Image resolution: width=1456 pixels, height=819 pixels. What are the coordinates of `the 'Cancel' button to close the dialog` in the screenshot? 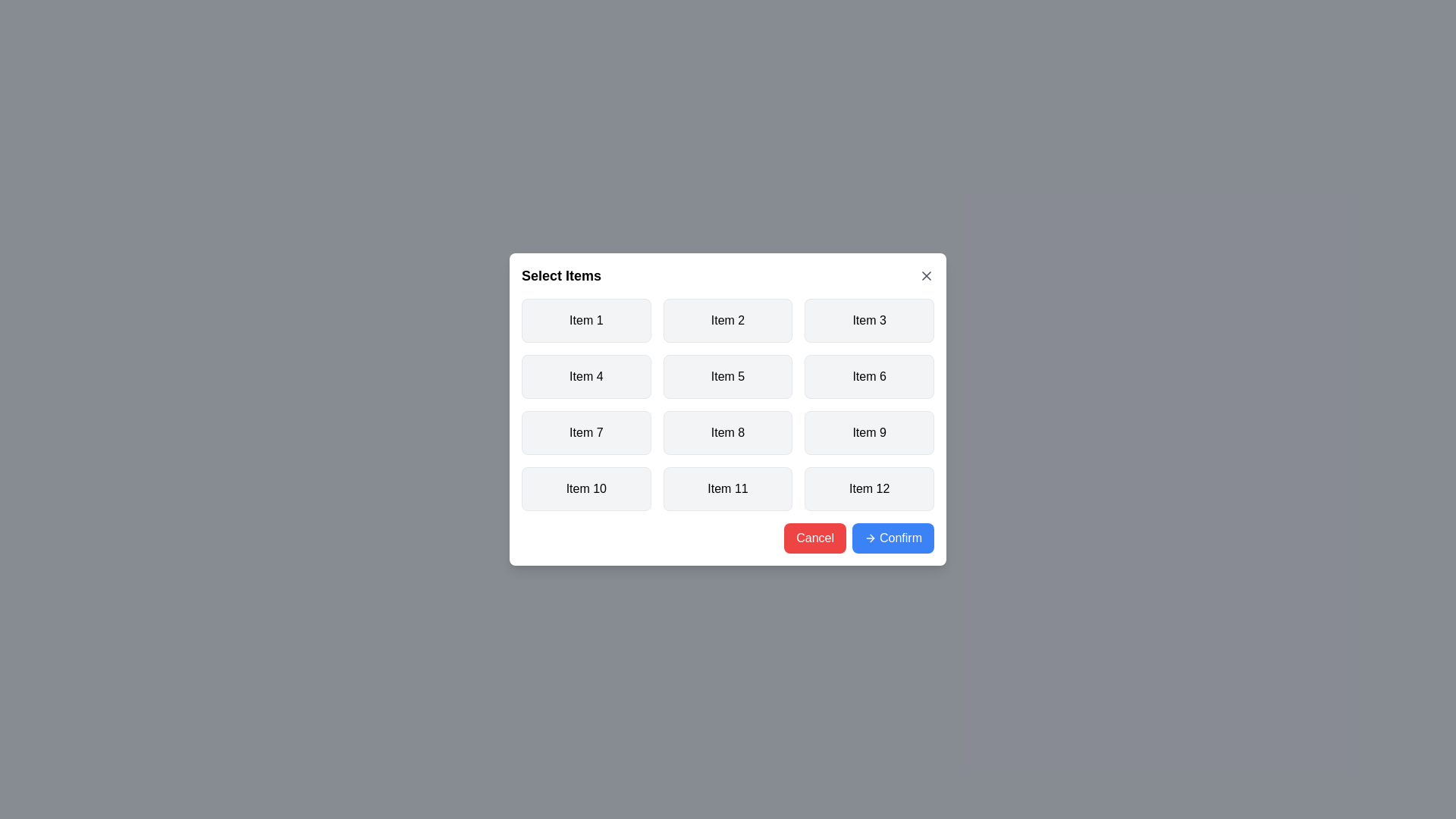 It's located at (814, 537).